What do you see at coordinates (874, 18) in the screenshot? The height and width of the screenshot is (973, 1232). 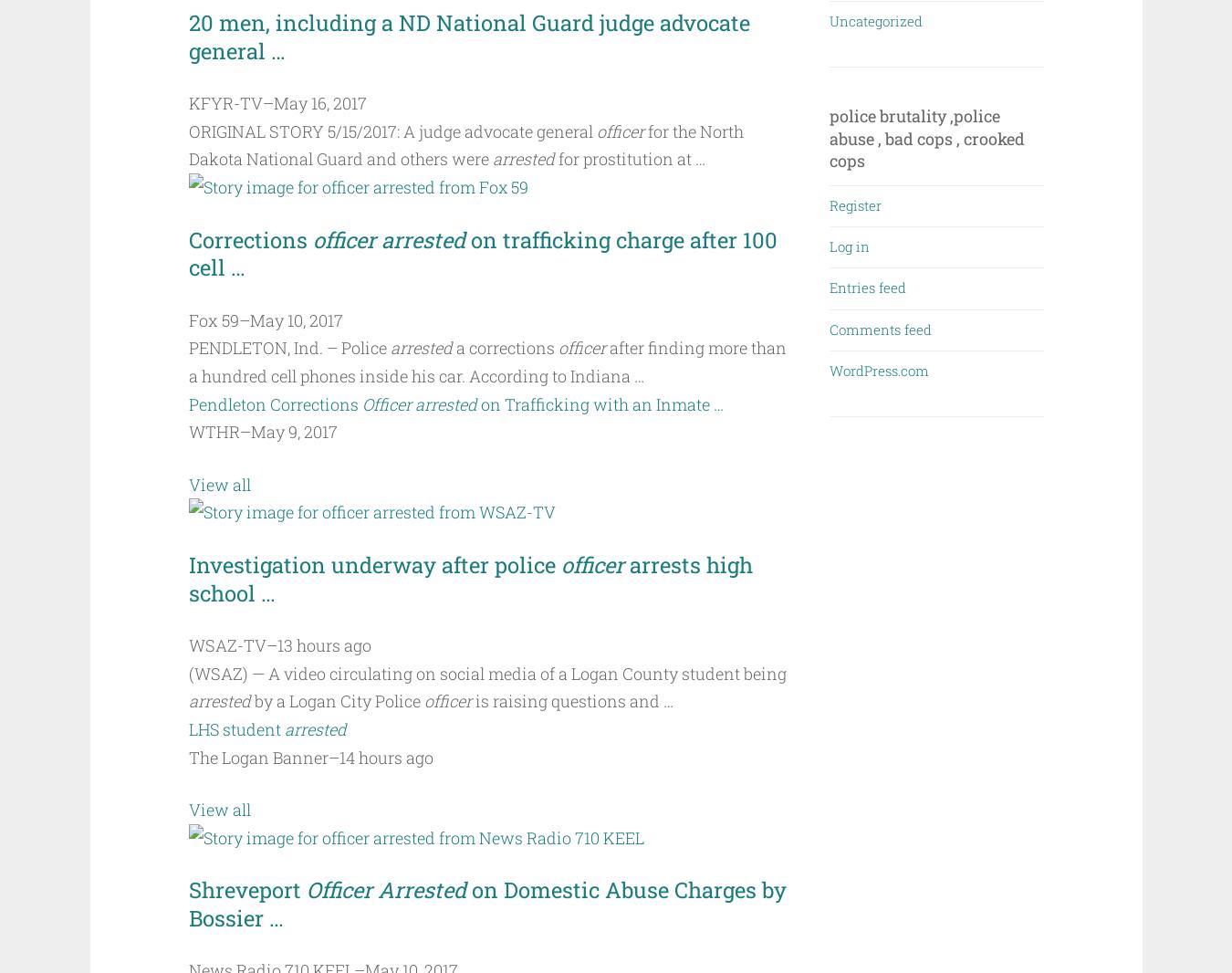 I see `'Uncategorized'` at bounding box center [874, 18].